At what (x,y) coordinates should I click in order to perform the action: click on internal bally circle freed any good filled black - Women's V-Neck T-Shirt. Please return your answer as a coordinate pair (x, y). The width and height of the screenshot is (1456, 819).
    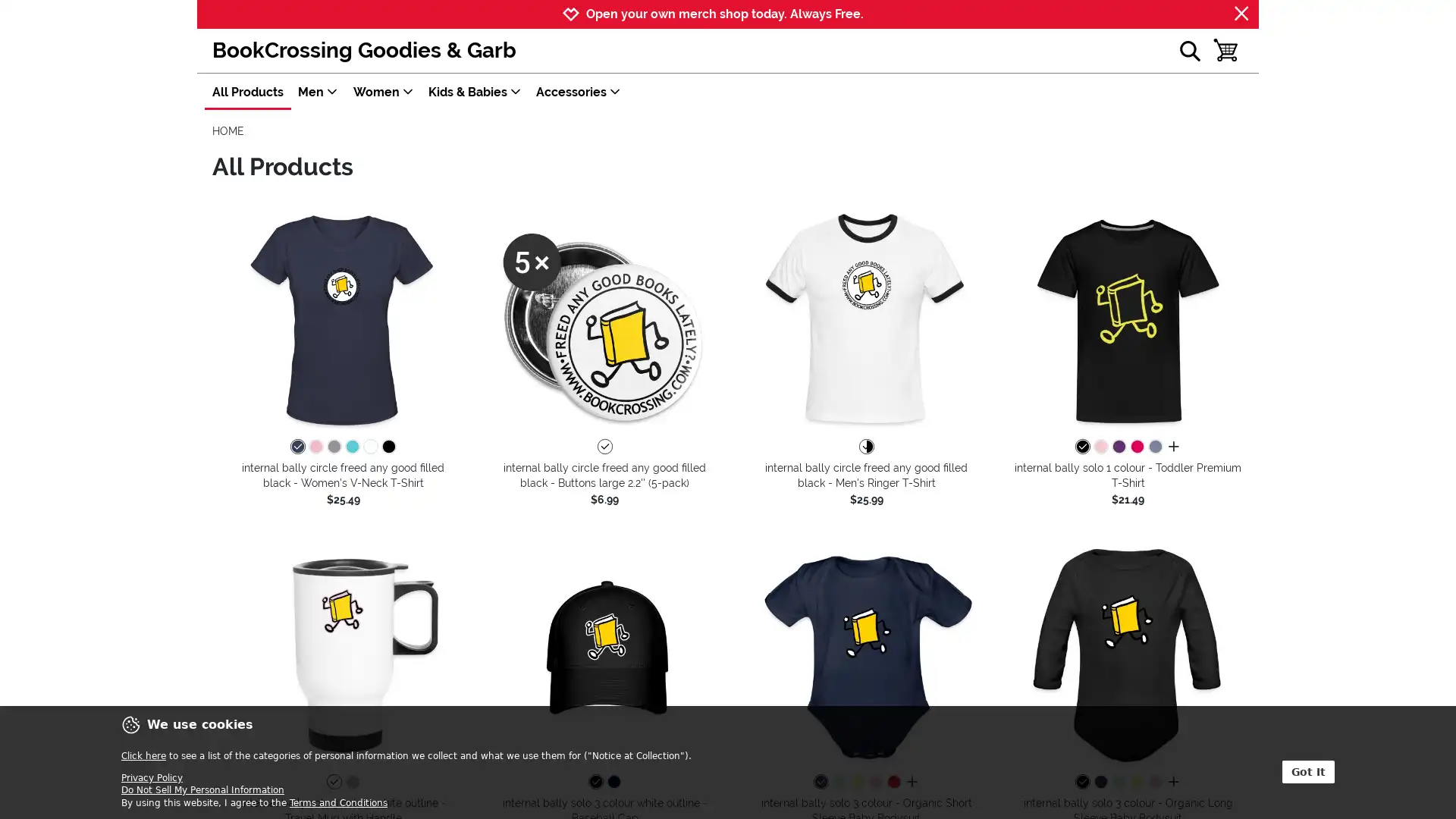
    Looking at the image, I should click on (342, 318).